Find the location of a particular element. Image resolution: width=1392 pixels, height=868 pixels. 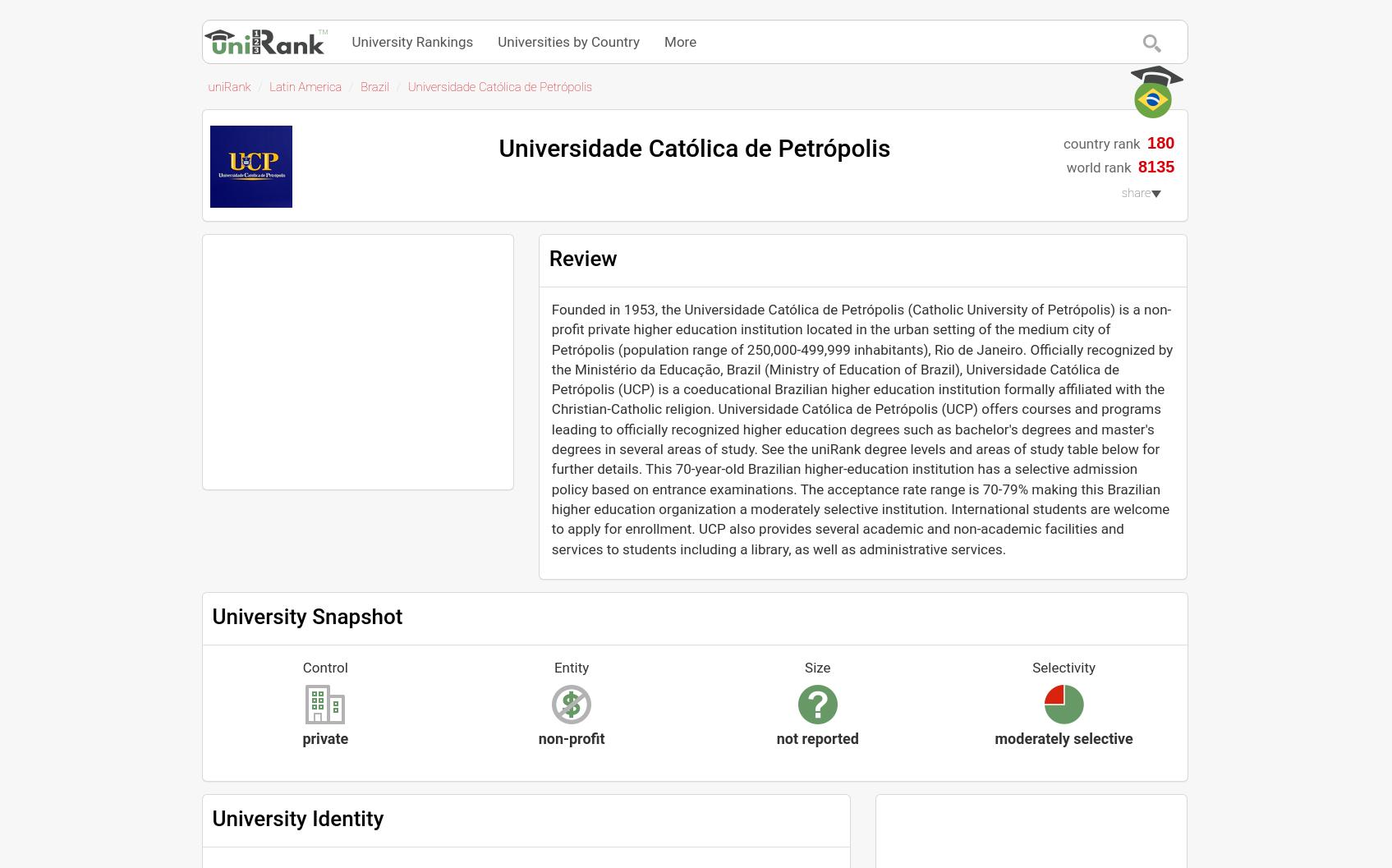

'8135' is located at coordinates (1155, 165).